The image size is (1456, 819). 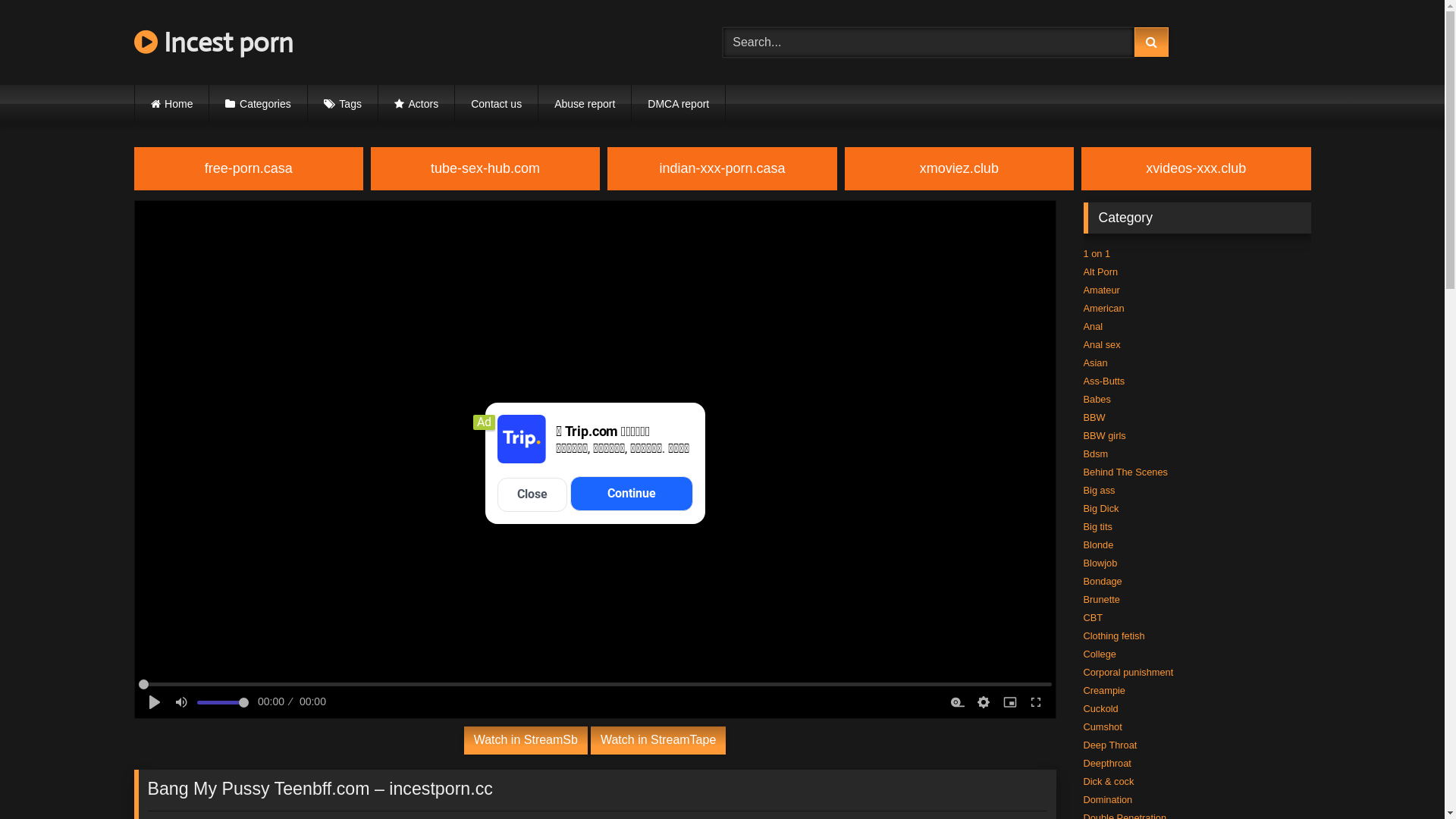 I want to click on 'Contact us', so click(x=454, y=103).